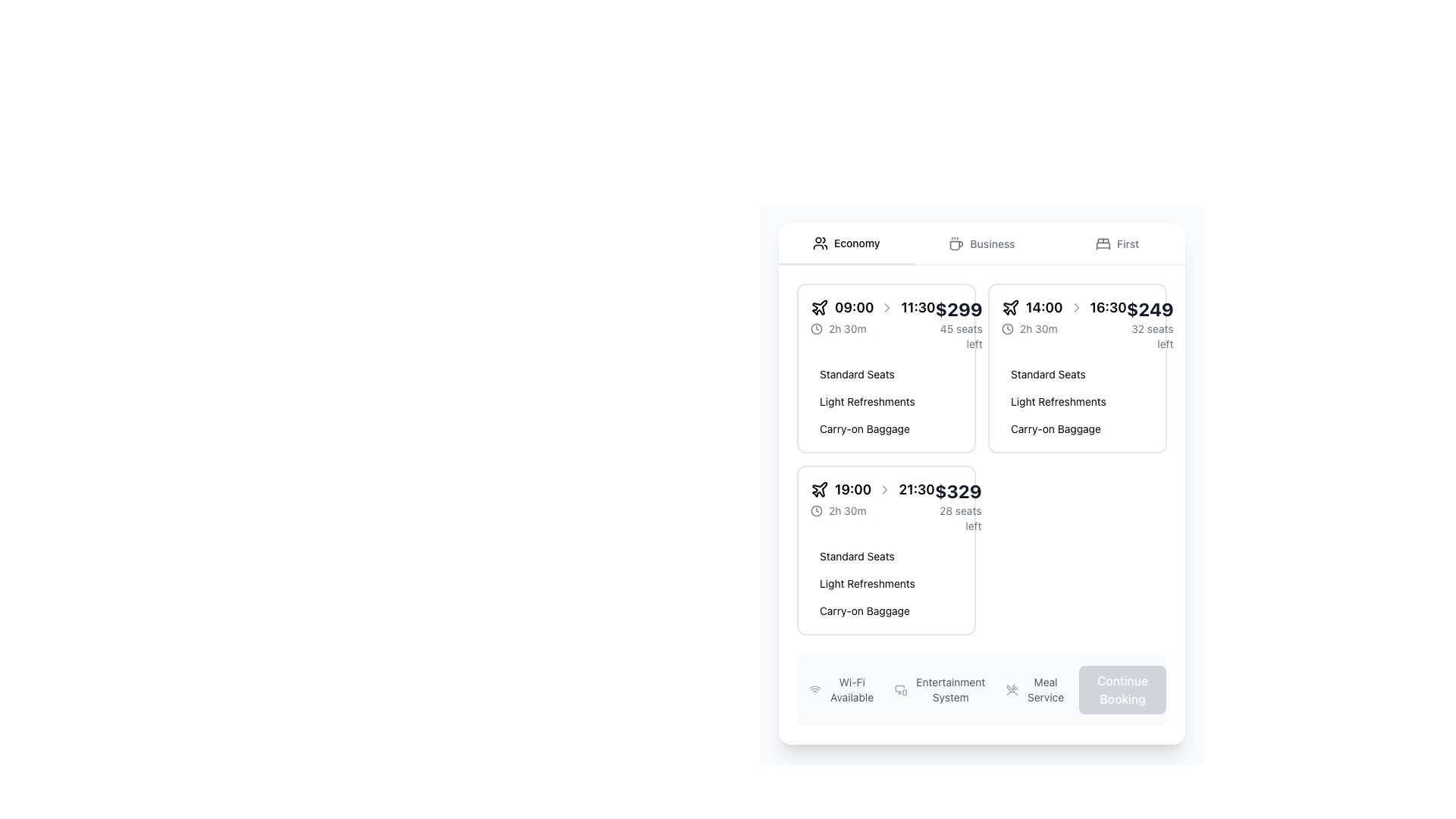  What do you see at coordinates (1150, 309) in the screenshot?
I see `the monetary value text label displaying '$249' in bold and large font at the top-right of the flight ticket option card layout` at bounding box center [1150, 309].